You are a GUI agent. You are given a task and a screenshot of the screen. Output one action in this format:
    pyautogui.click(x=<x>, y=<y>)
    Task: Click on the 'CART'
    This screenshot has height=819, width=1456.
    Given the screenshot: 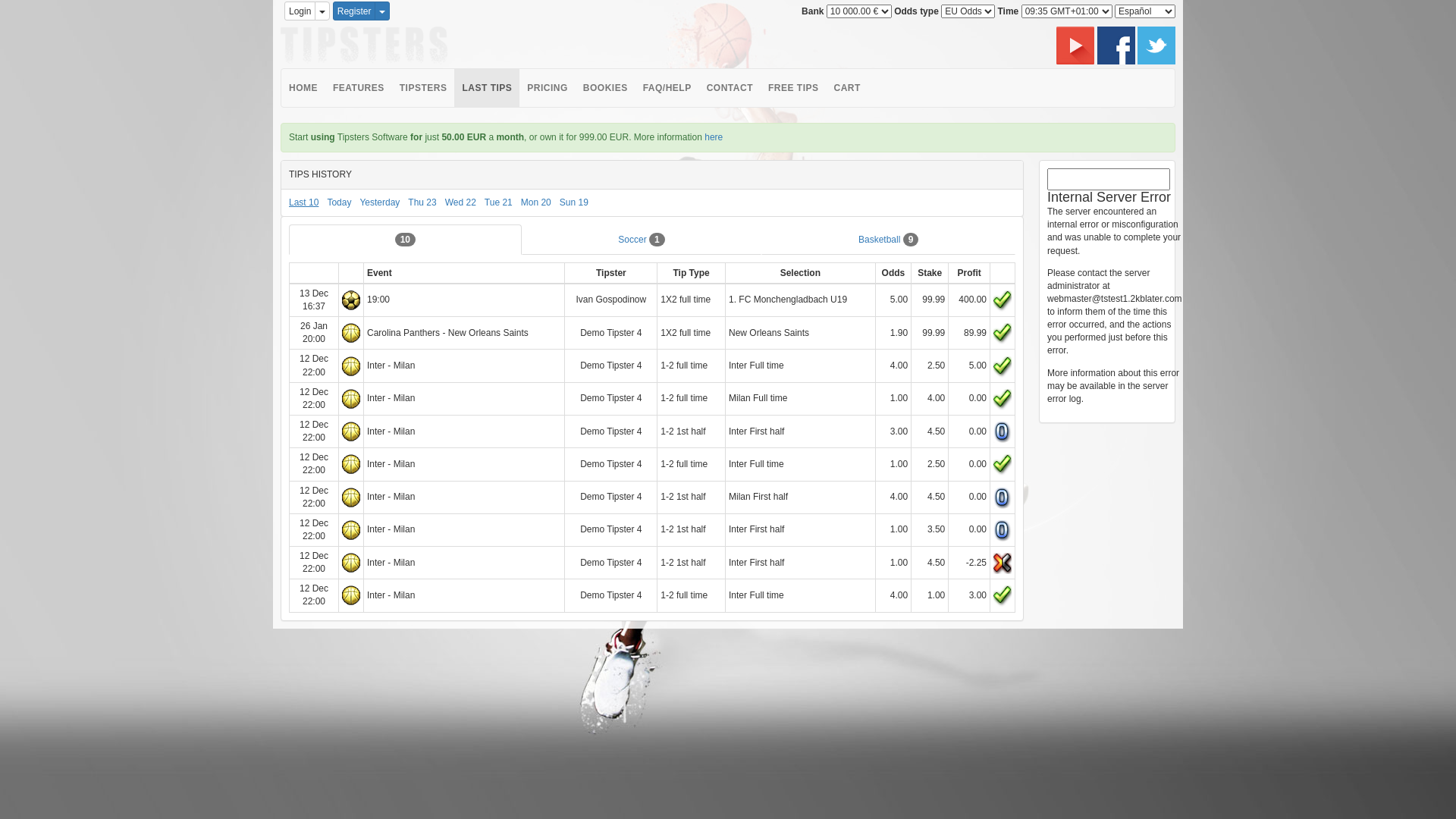 What is the action you would take?
    pyautogui.click(x=846, y=87)
    